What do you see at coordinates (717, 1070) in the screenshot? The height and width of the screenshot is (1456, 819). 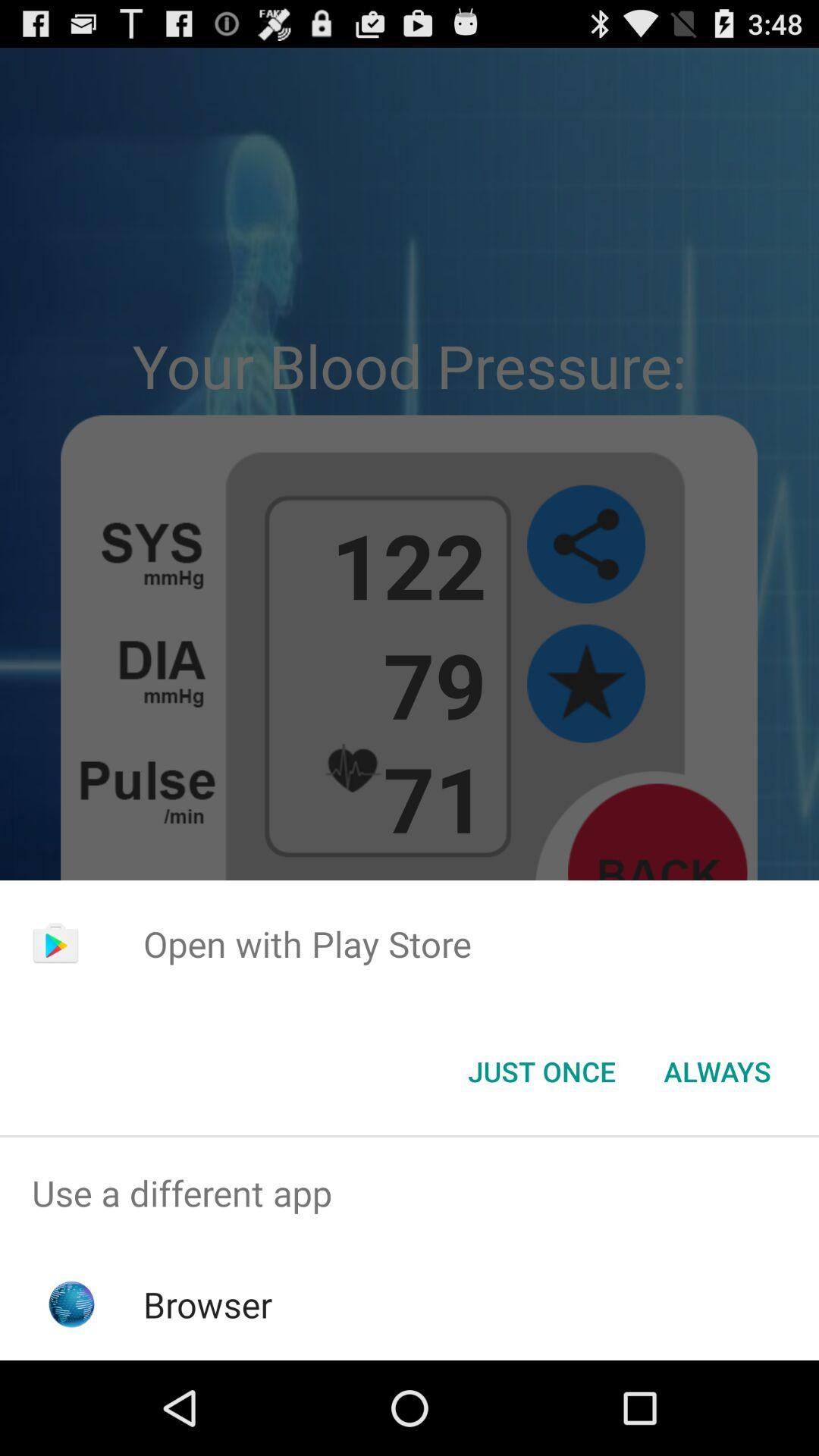 I see `icon to the right of the just once item` at bounding box center [717, 1070].